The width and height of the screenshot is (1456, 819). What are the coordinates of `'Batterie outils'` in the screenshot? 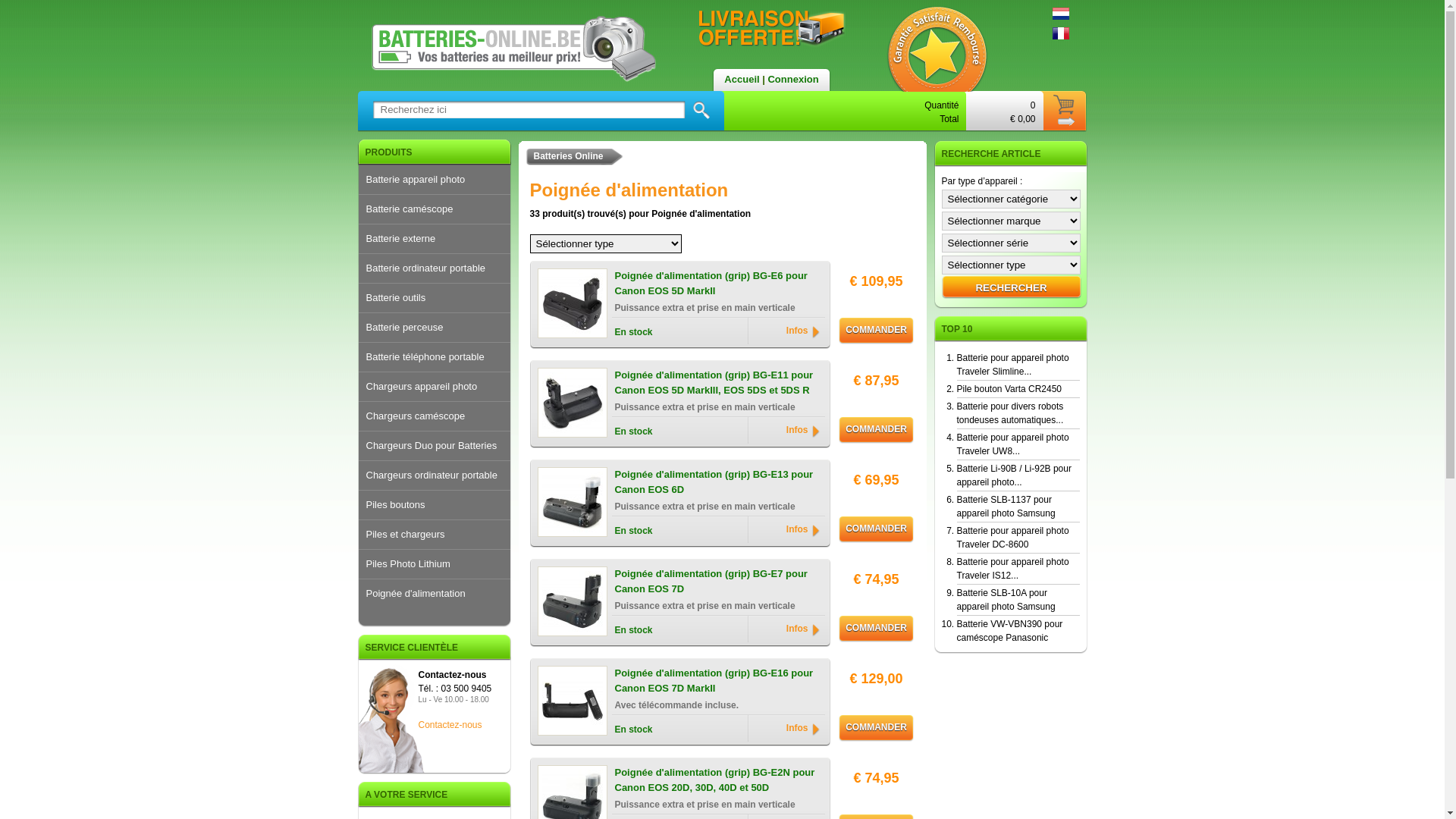 It's located at (356, 298).